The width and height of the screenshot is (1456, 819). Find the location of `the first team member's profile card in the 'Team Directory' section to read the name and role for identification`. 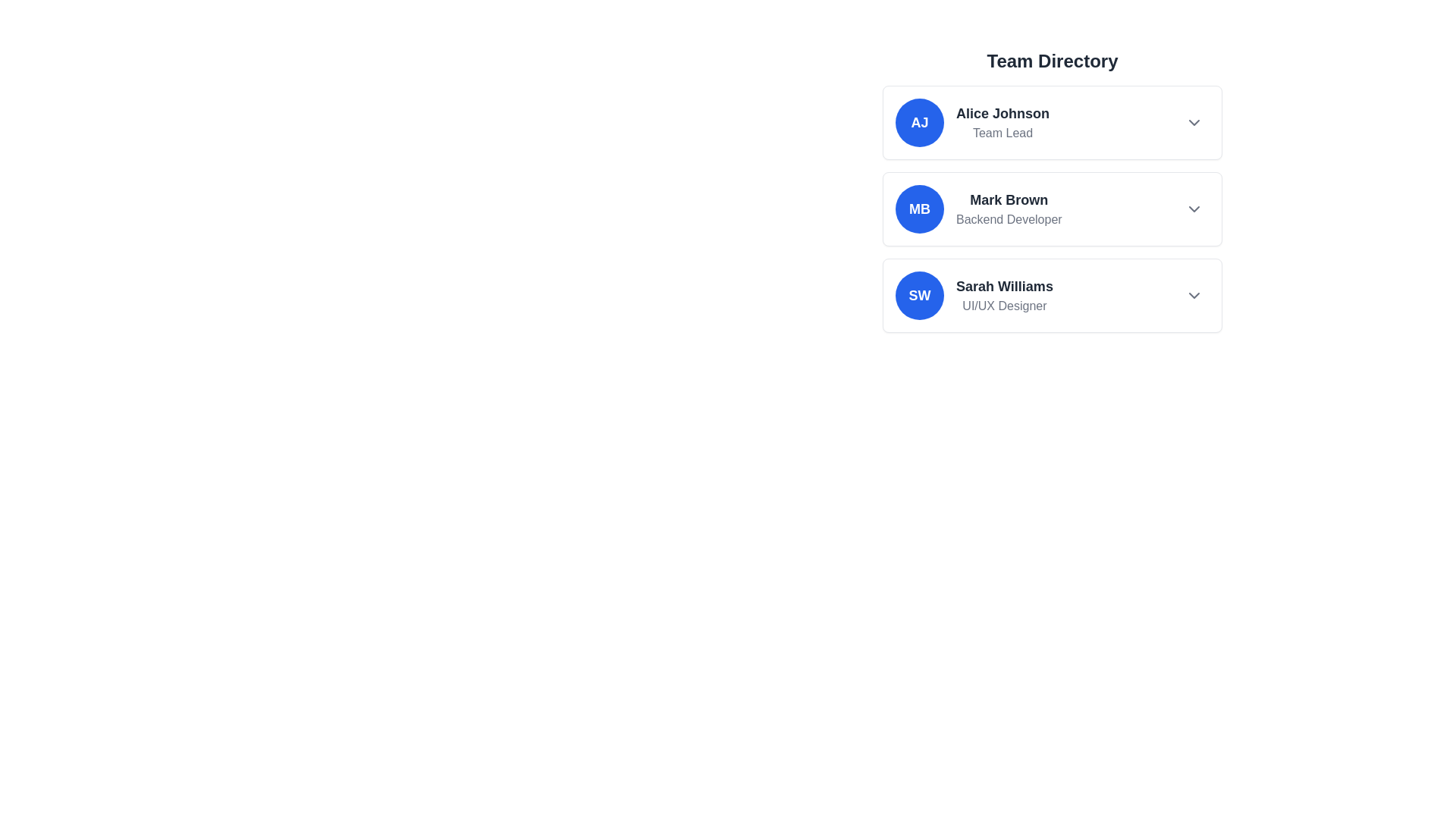

the first team member's profile card in the 'Team Directory' section to read the name and role for identification is located at coordinates (1051, 122).